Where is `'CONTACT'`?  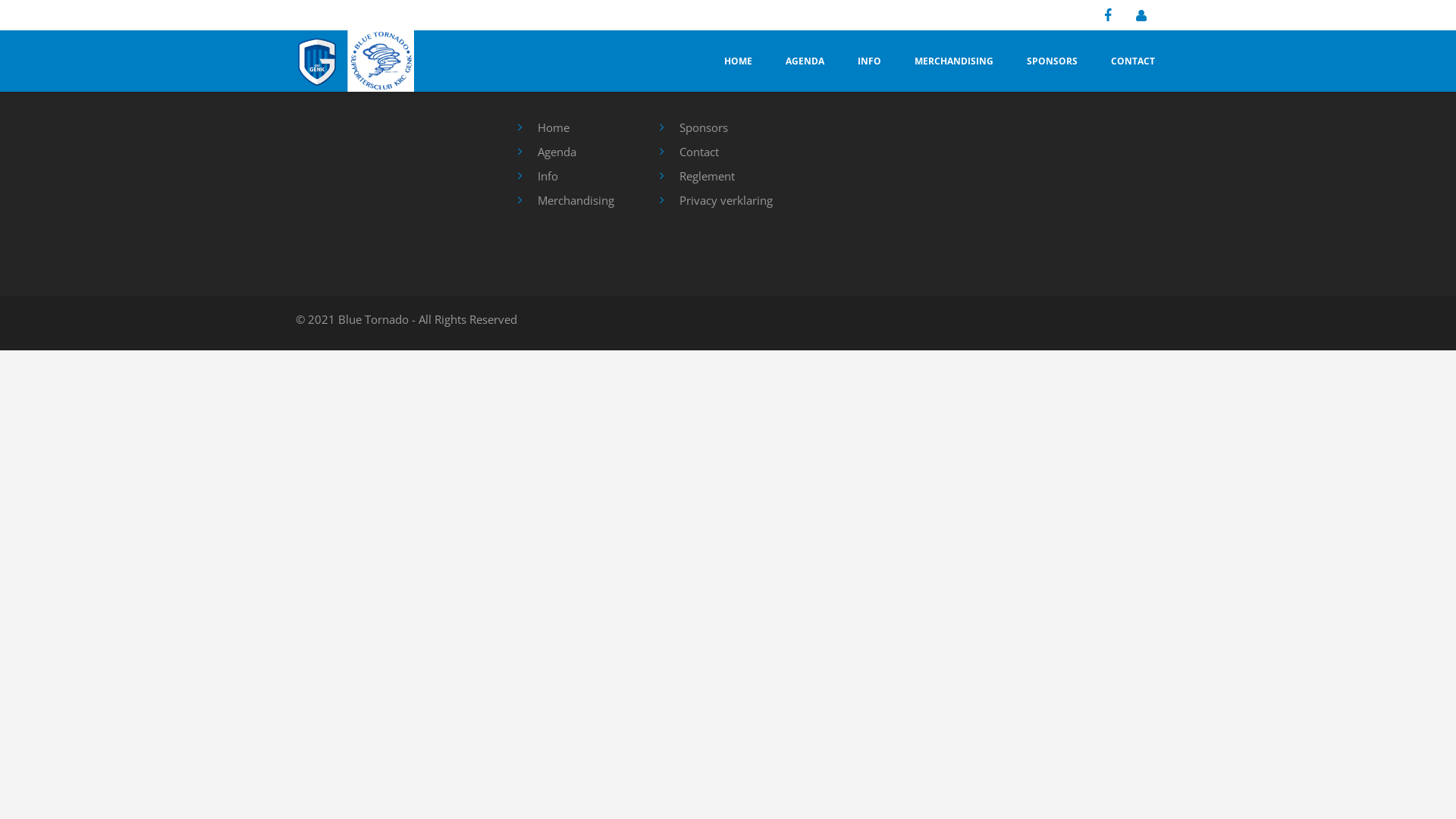 'CONTACT' is located at coordinates (1132, 60).